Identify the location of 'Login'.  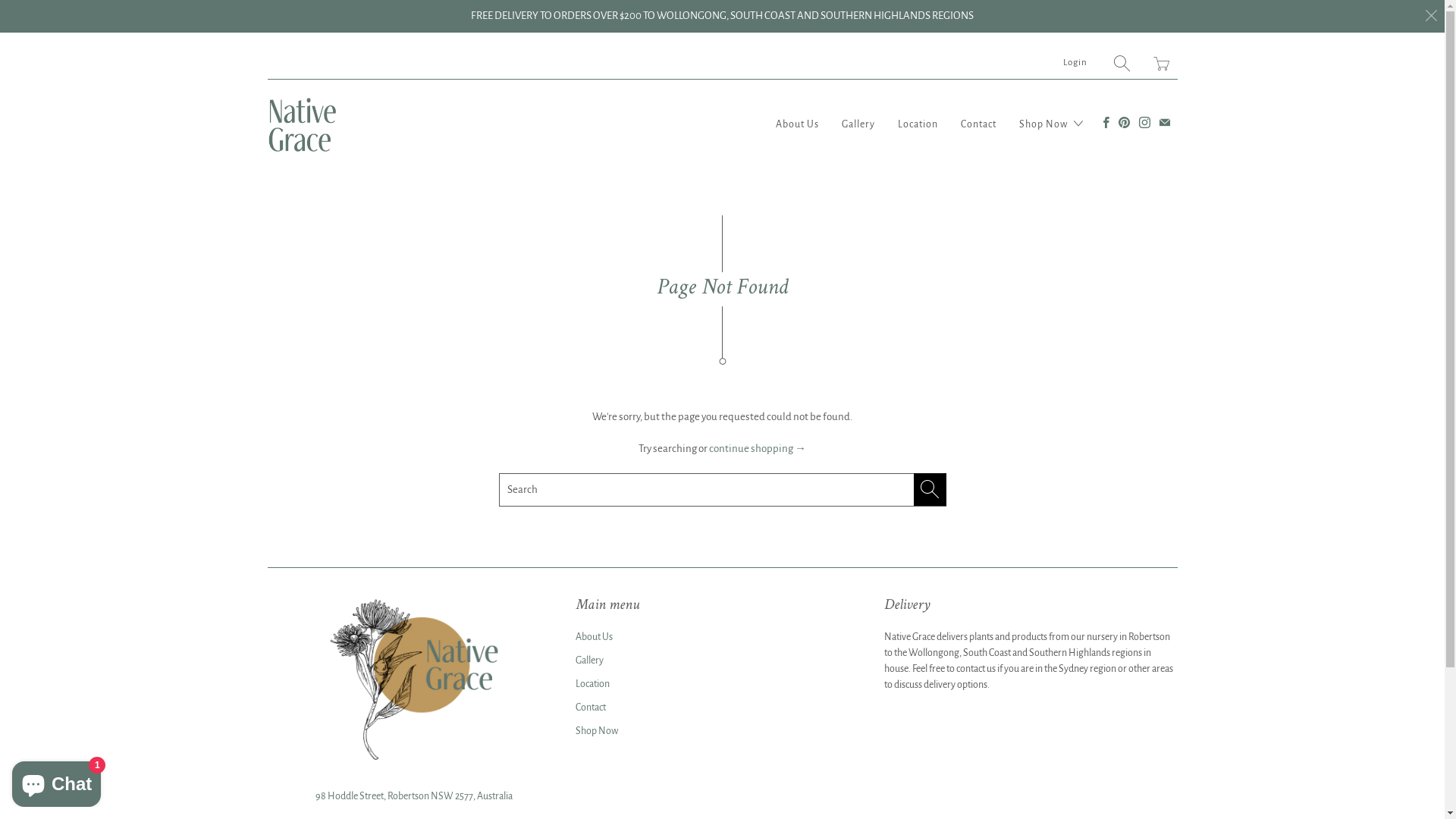
(1074, 61).